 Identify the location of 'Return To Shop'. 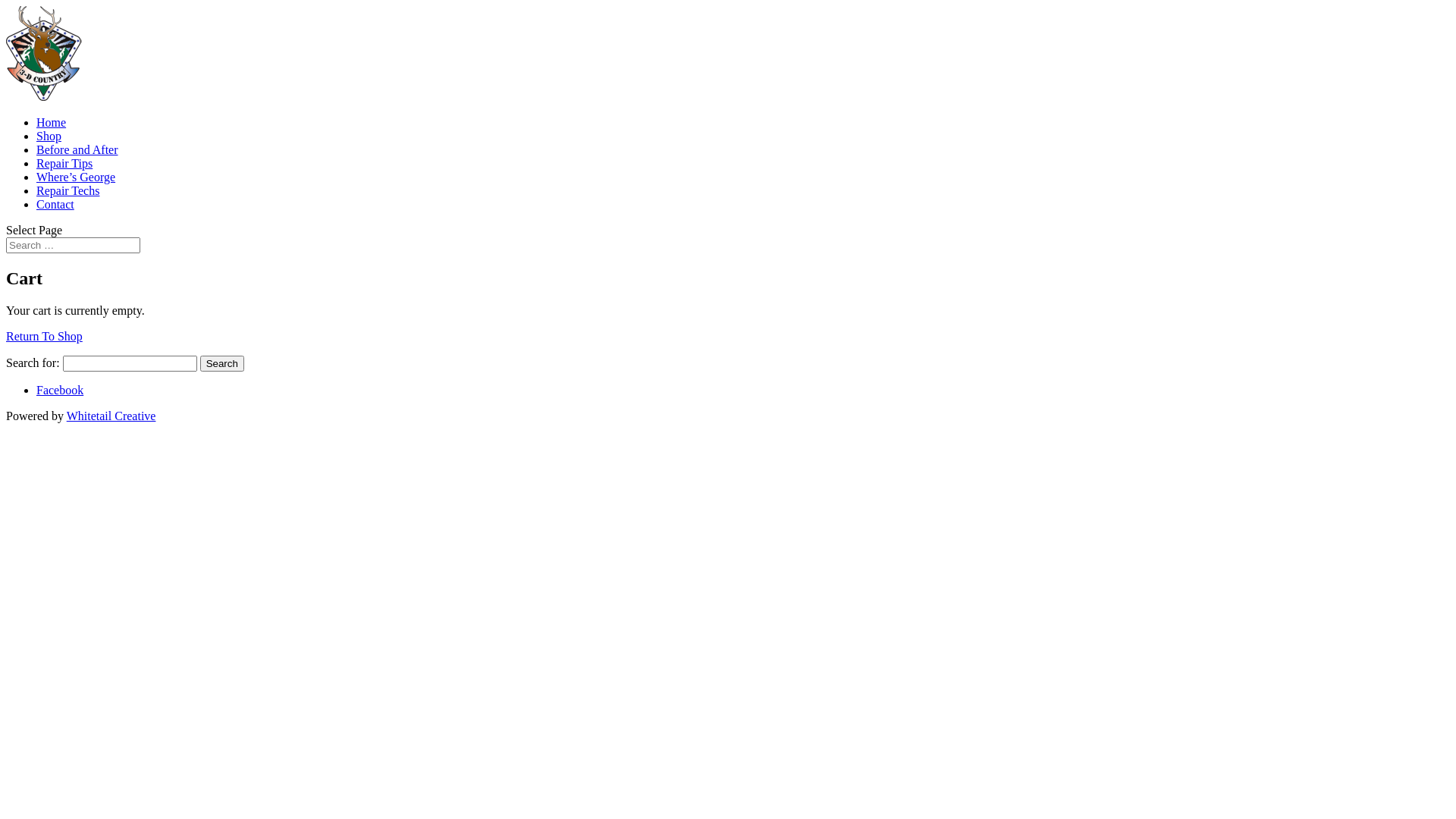
(6, 335).